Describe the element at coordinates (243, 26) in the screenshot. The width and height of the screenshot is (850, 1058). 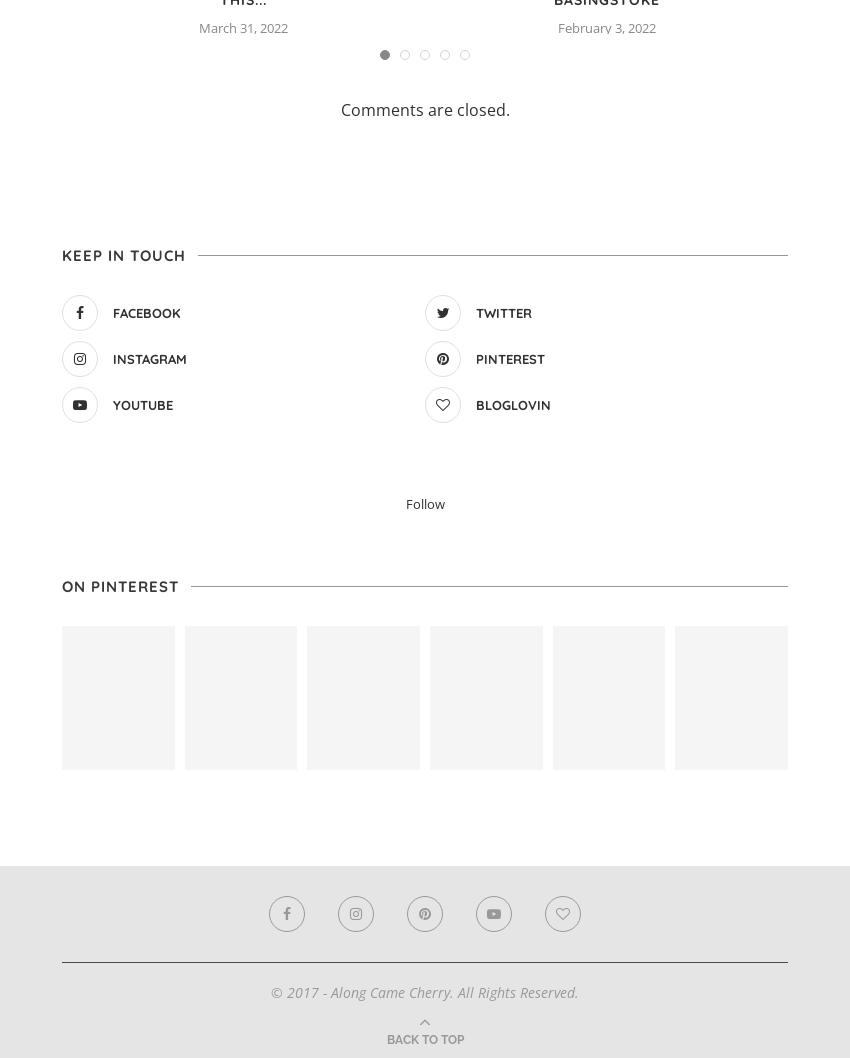
I see `'March 31, 2022'` at that location.